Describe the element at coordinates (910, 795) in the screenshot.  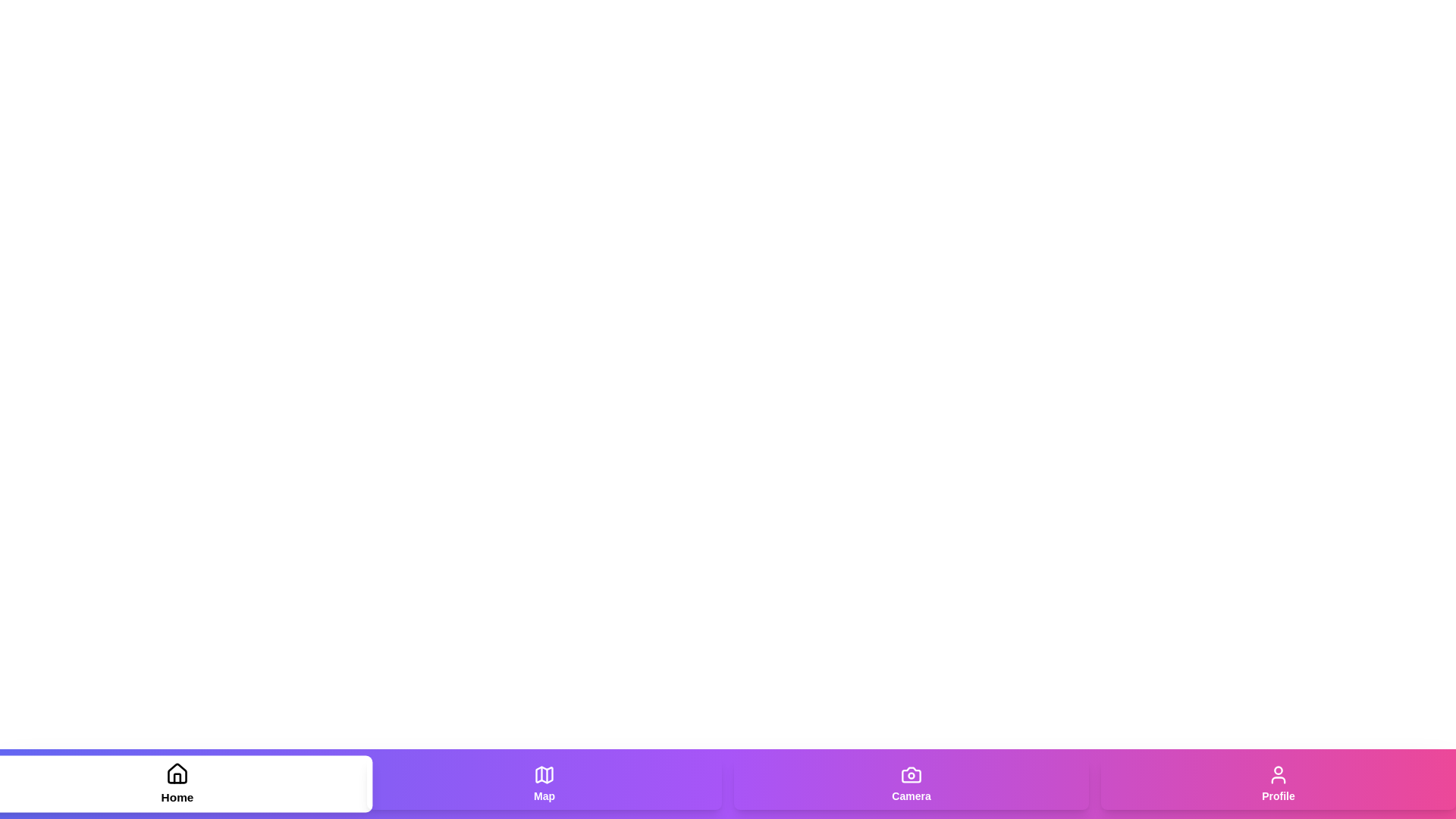
I see `the text label of the tab Camera` at that location.